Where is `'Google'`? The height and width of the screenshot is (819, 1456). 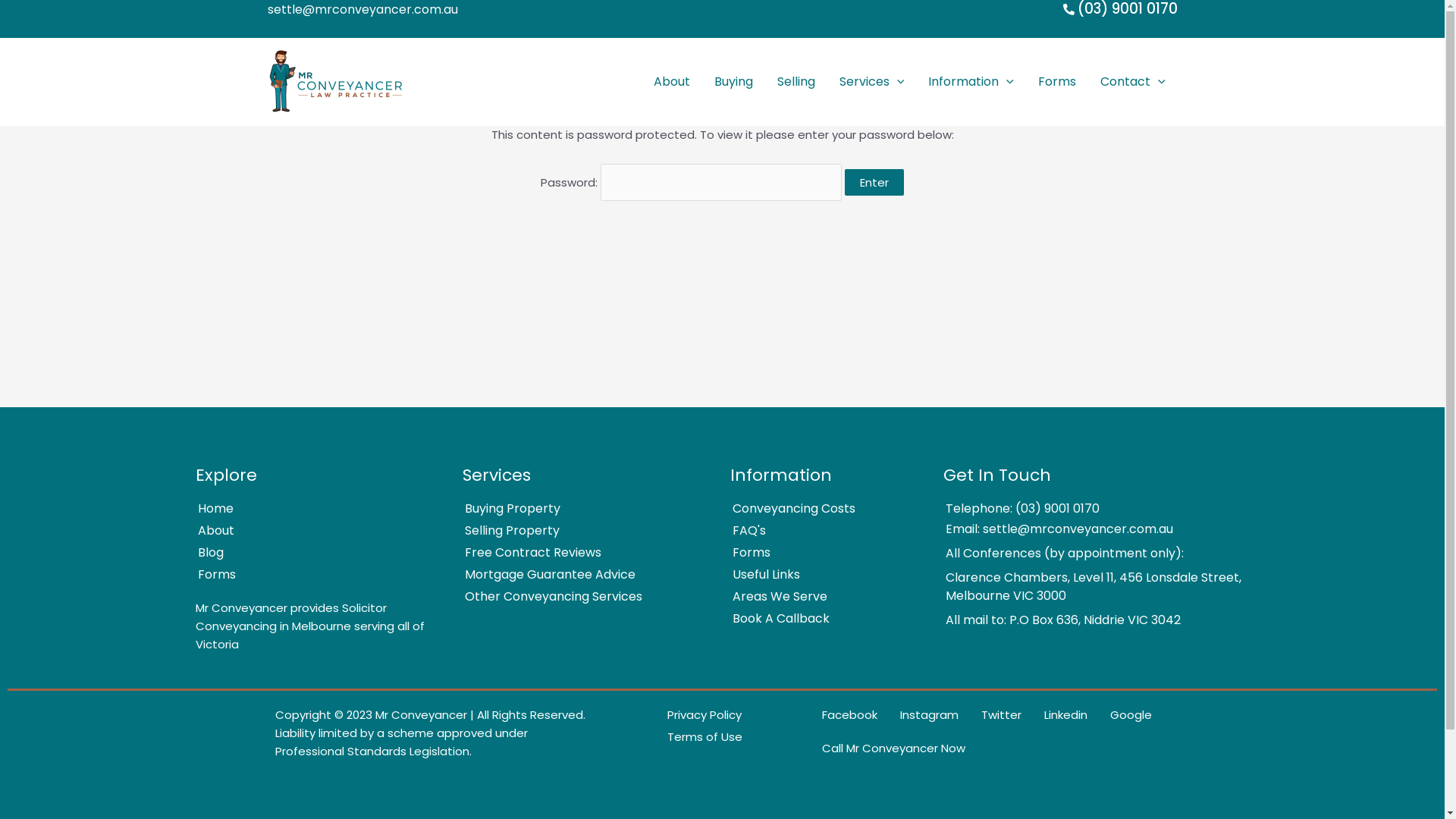 'Google' is located at coordinates (1121, 714).